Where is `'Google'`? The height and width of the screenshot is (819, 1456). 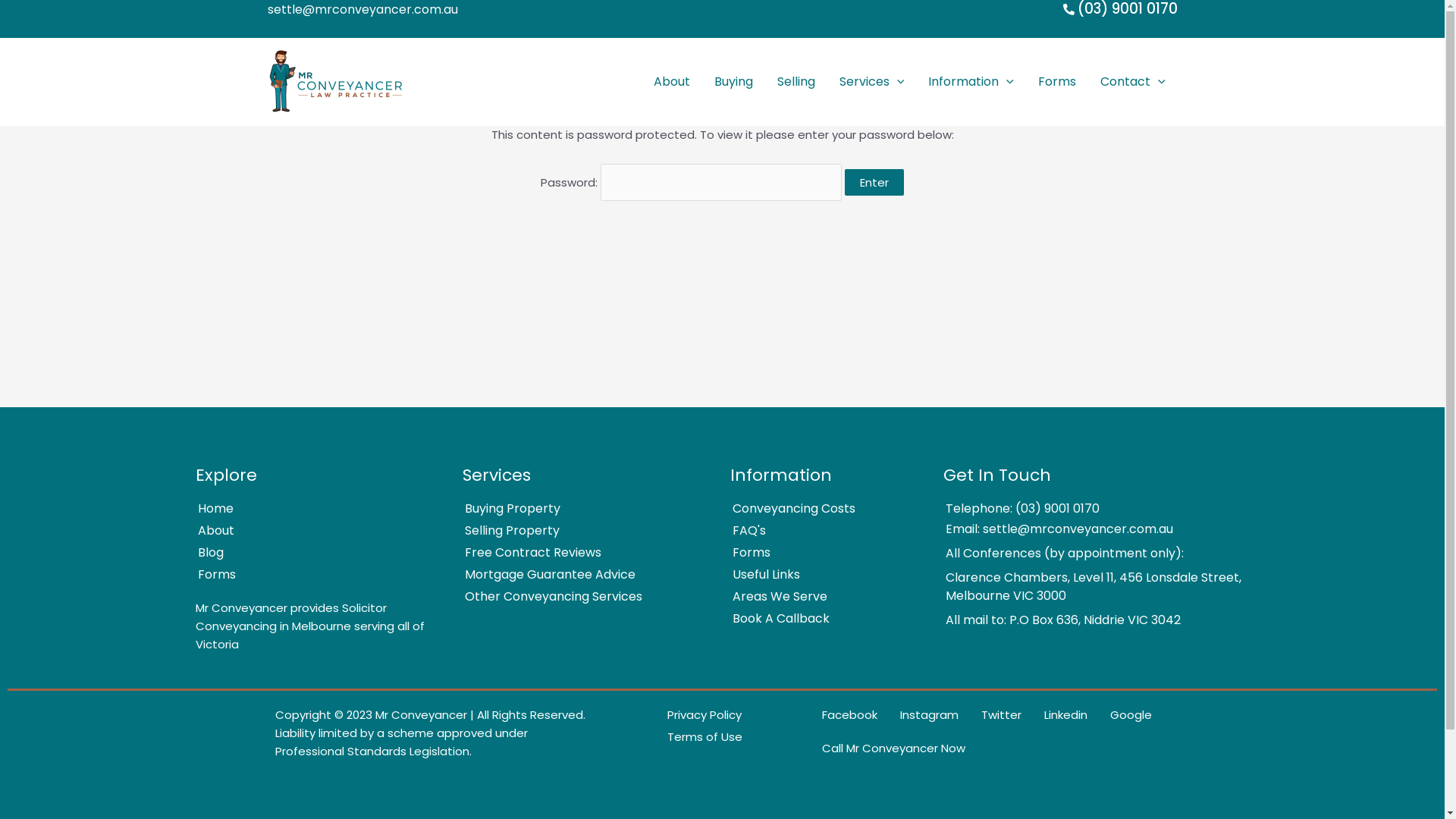 'Google' is located at coordinates (1121, 714).